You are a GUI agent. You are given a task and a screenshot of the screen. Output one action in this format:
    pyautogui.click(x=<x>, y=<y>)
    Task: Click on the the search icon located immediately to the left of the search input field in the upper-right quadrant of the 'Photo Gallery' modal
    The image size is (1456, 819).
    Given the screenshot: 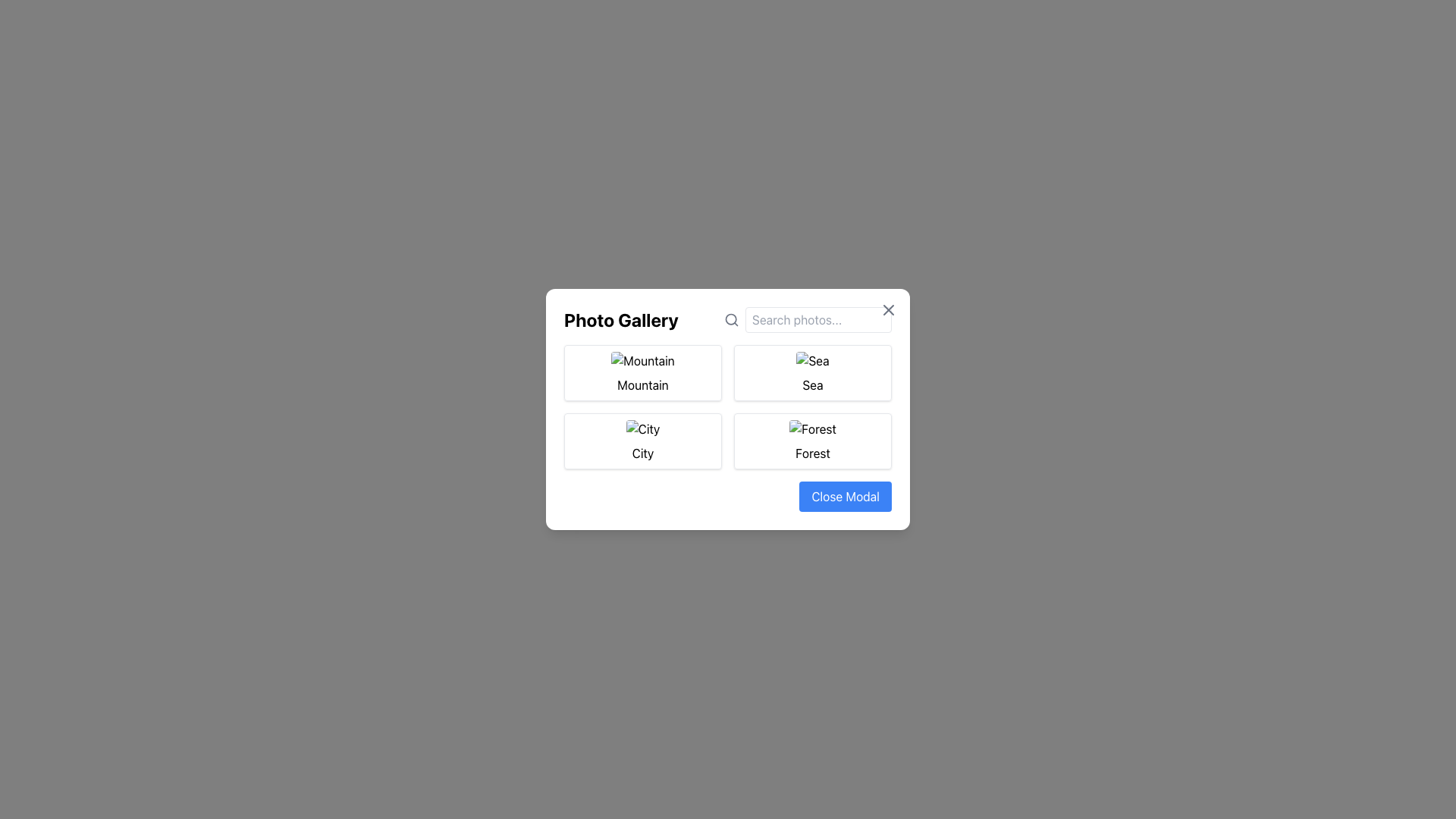 What is the action you would take?
    pyautogui.click(x=731, y=318)
    